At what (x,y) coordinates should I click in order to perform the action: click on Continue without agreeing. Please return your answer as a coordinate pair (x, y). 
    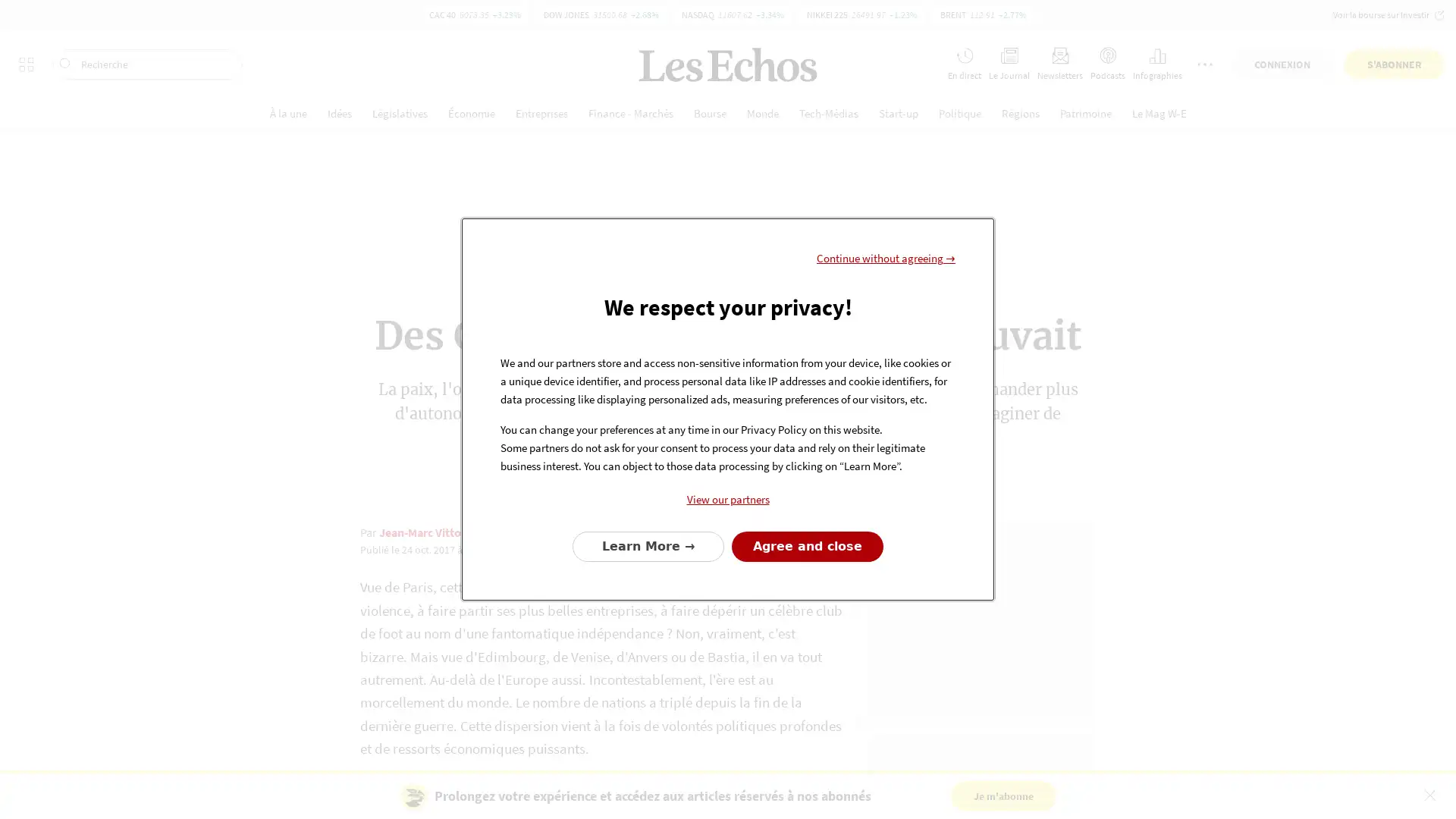
    Looking at the image, I should click on (886, 256).